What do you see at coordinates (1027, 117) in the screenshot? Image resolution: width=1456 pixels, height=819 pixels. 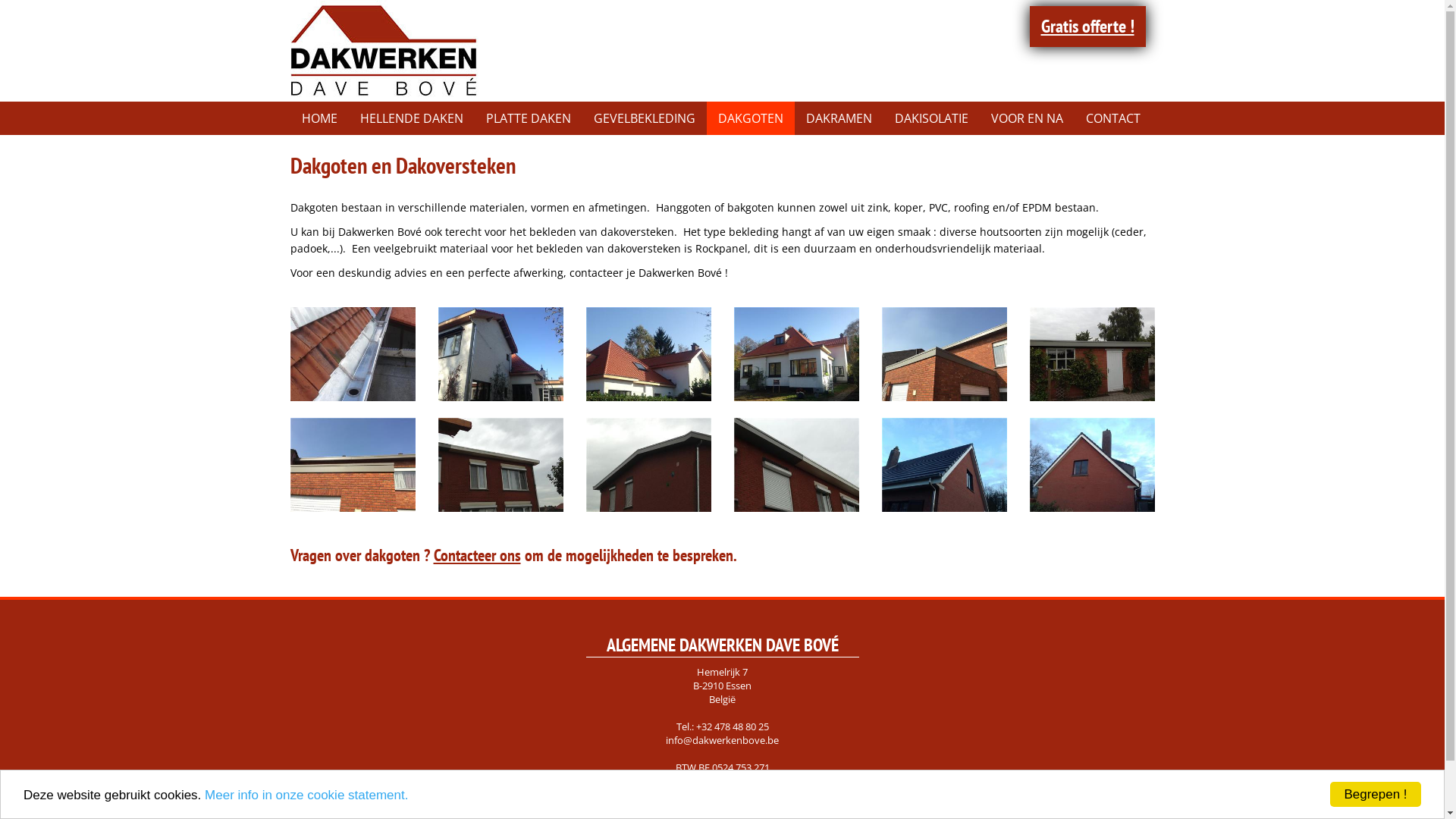 I see `'VOOR EN NA'` at bounding box center [1027, 117].